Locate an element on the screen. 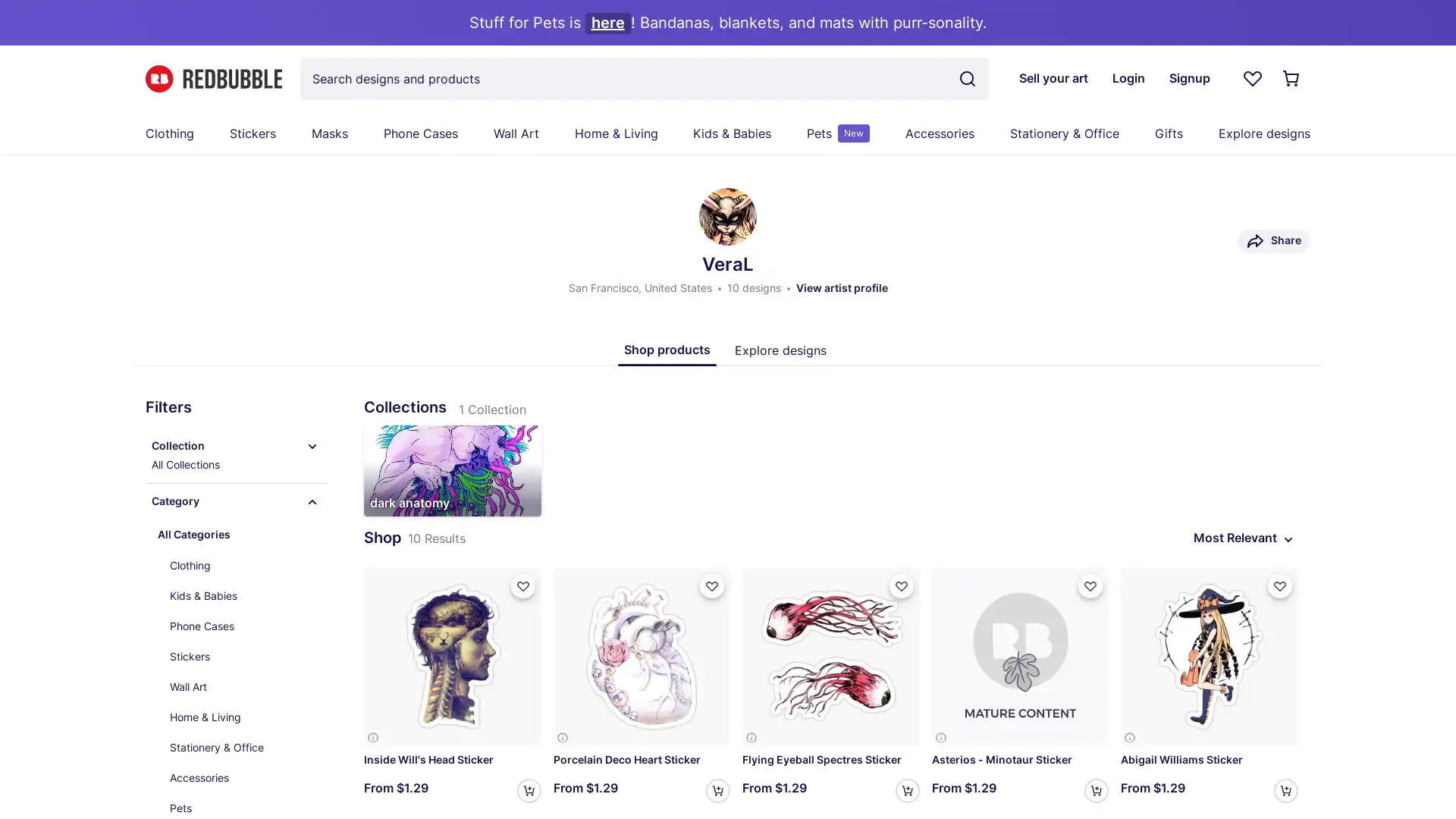 The width and height of the screenshot is (1456, 819). Favorite is located at coordinates (711, 585).